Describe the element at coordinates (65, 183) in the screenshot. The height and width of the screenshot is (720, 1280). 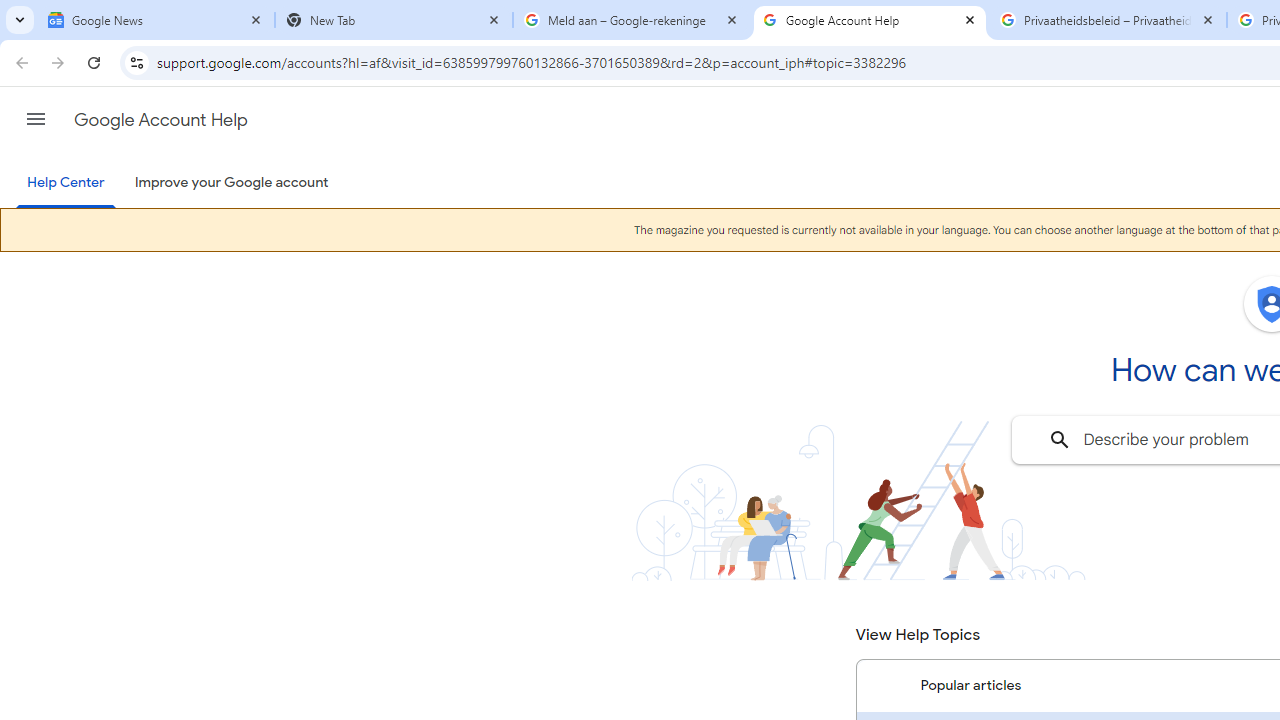
I see `'Help Center'` at that location.